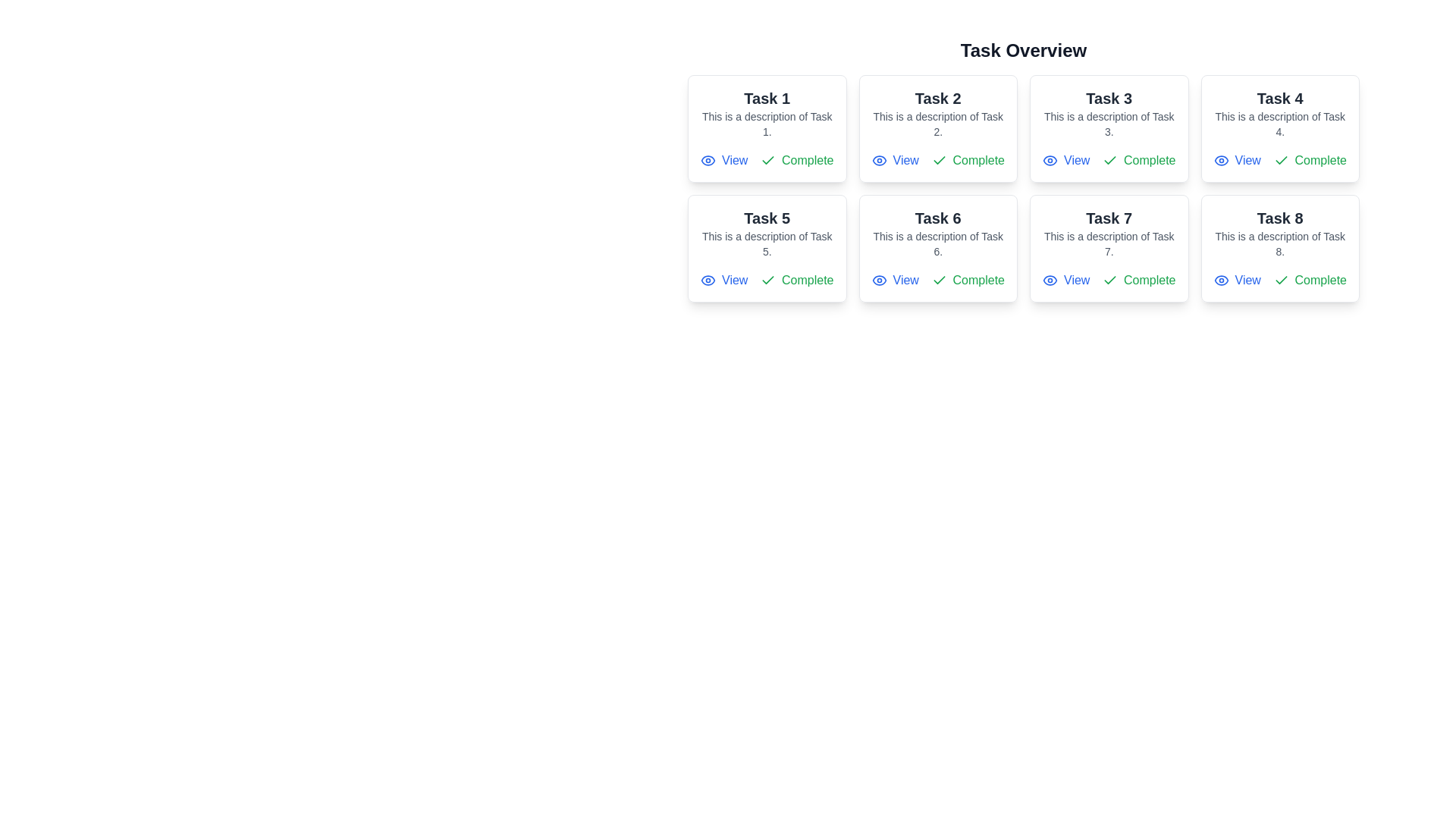 This screenshot has height=819, width=1456. I want to click on the eye icon located within the 'View' button for 'Task 7', so click(1050, 281).